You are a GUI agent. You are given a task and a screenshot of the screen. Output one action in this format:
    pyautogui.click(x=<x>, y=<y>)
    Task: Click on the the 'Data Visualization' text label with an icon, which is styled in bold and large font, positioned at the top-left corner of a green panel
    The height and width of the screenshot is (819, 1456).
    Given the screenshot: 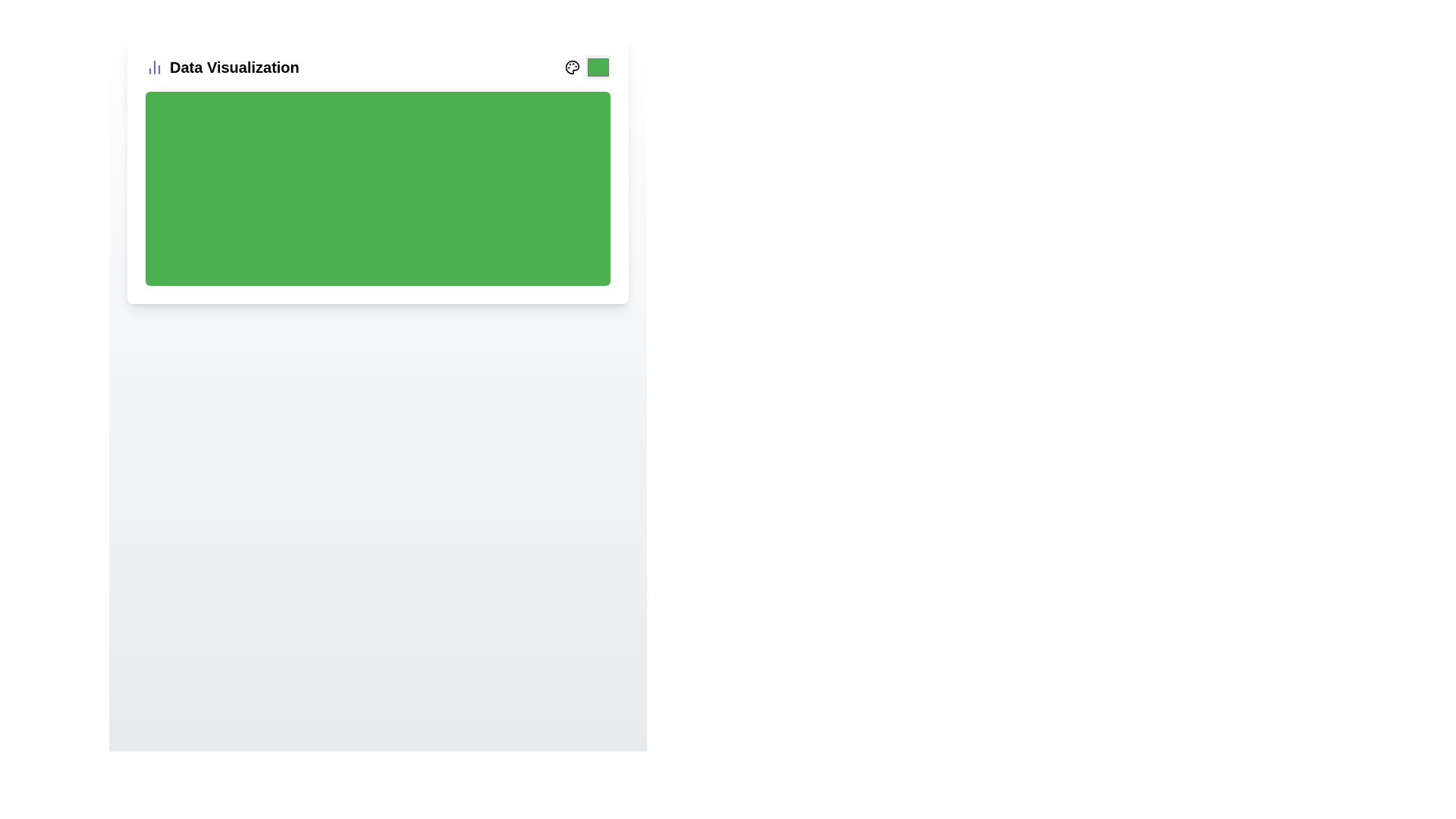 What is the action you would take?
    pyautogui.click(x=221, y=66)
    